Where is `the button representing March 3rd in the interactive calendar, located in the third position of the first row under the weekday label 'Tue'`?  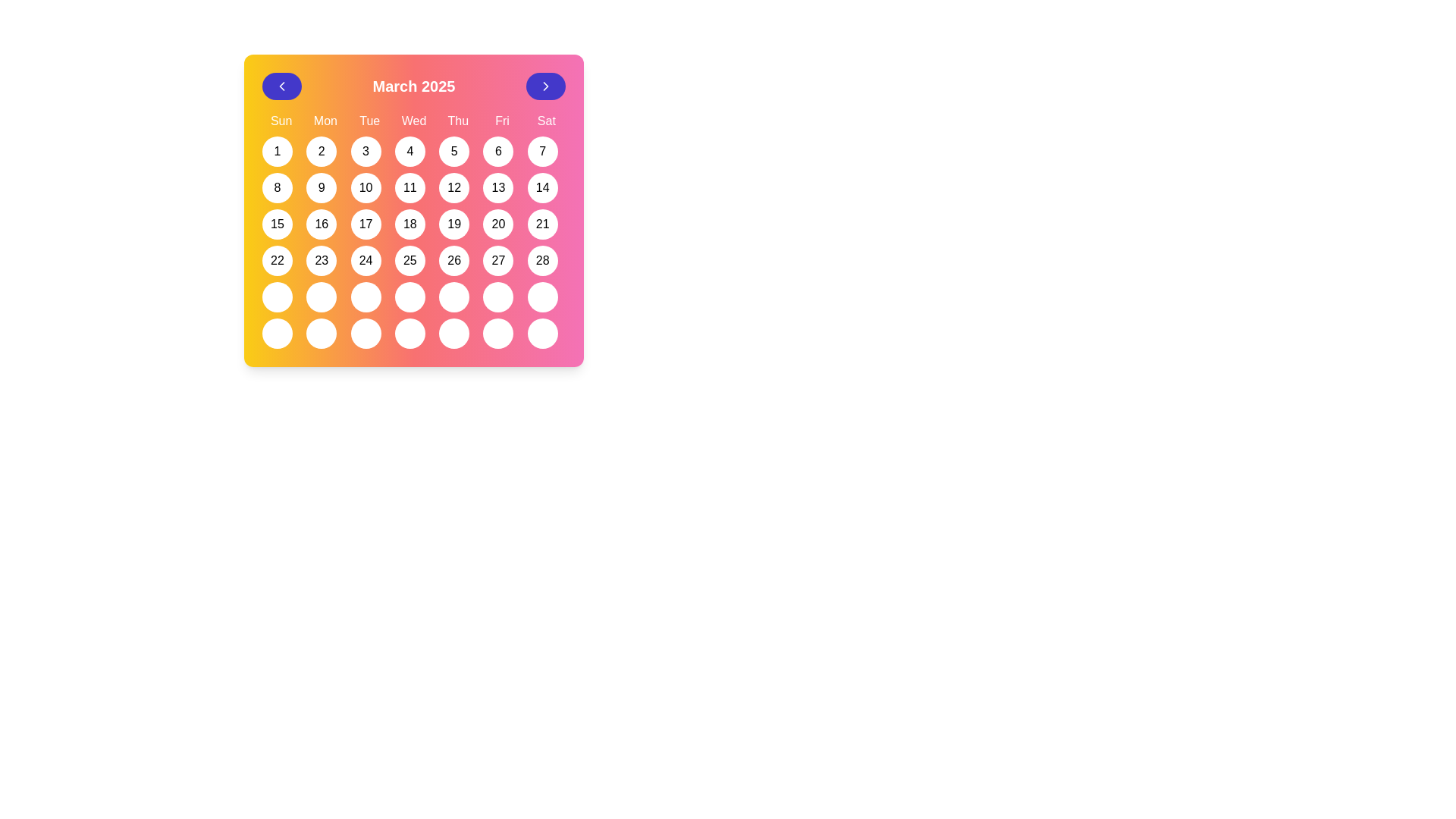 the button representing March 3rd in the interactive calendar, located in the third position of the first row under the weekday label 'Tue' is located at coordinates (366, 152).